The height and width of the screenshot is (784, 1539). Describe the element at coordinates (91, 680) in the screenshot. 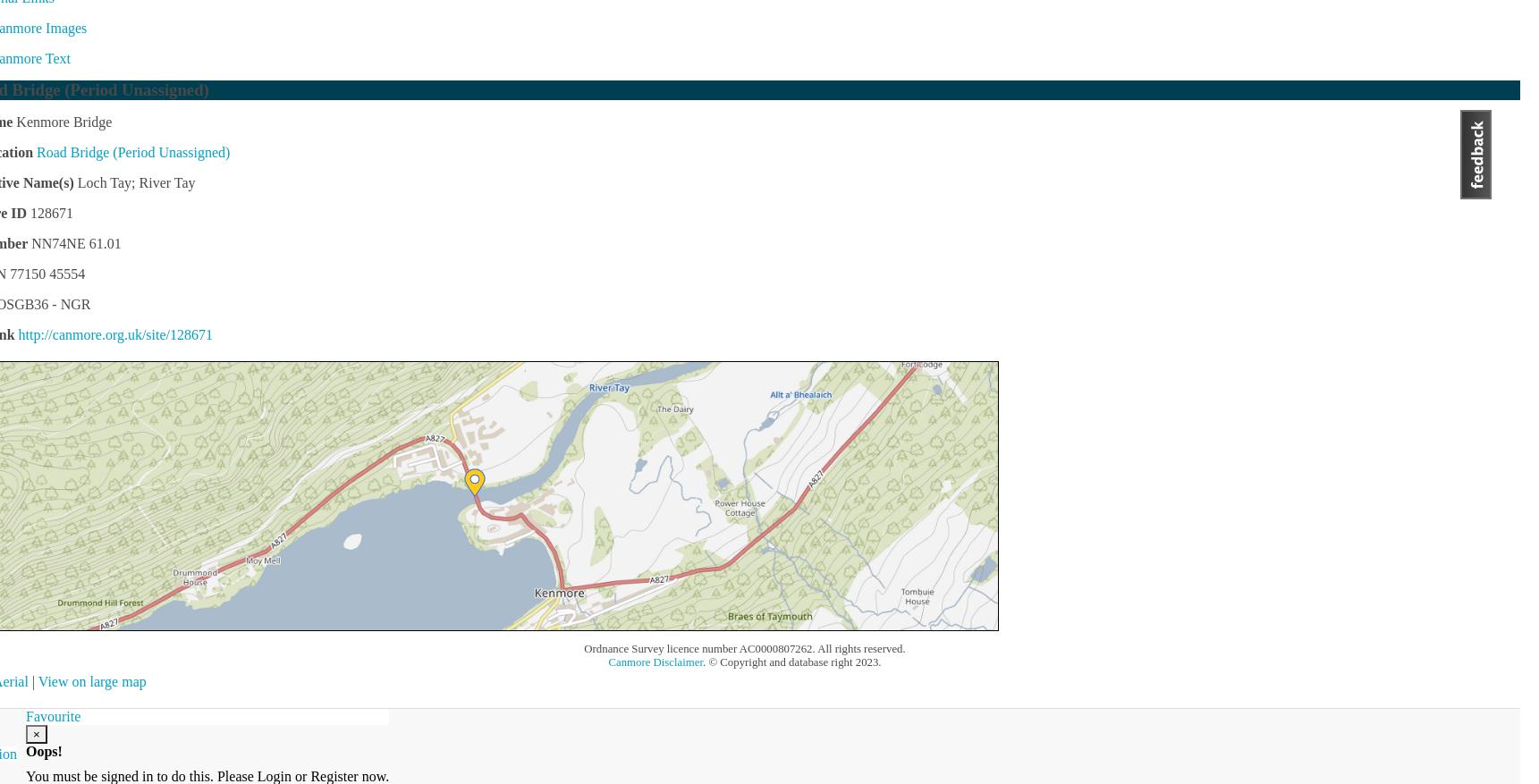

I see `'View on large map'` at that location.